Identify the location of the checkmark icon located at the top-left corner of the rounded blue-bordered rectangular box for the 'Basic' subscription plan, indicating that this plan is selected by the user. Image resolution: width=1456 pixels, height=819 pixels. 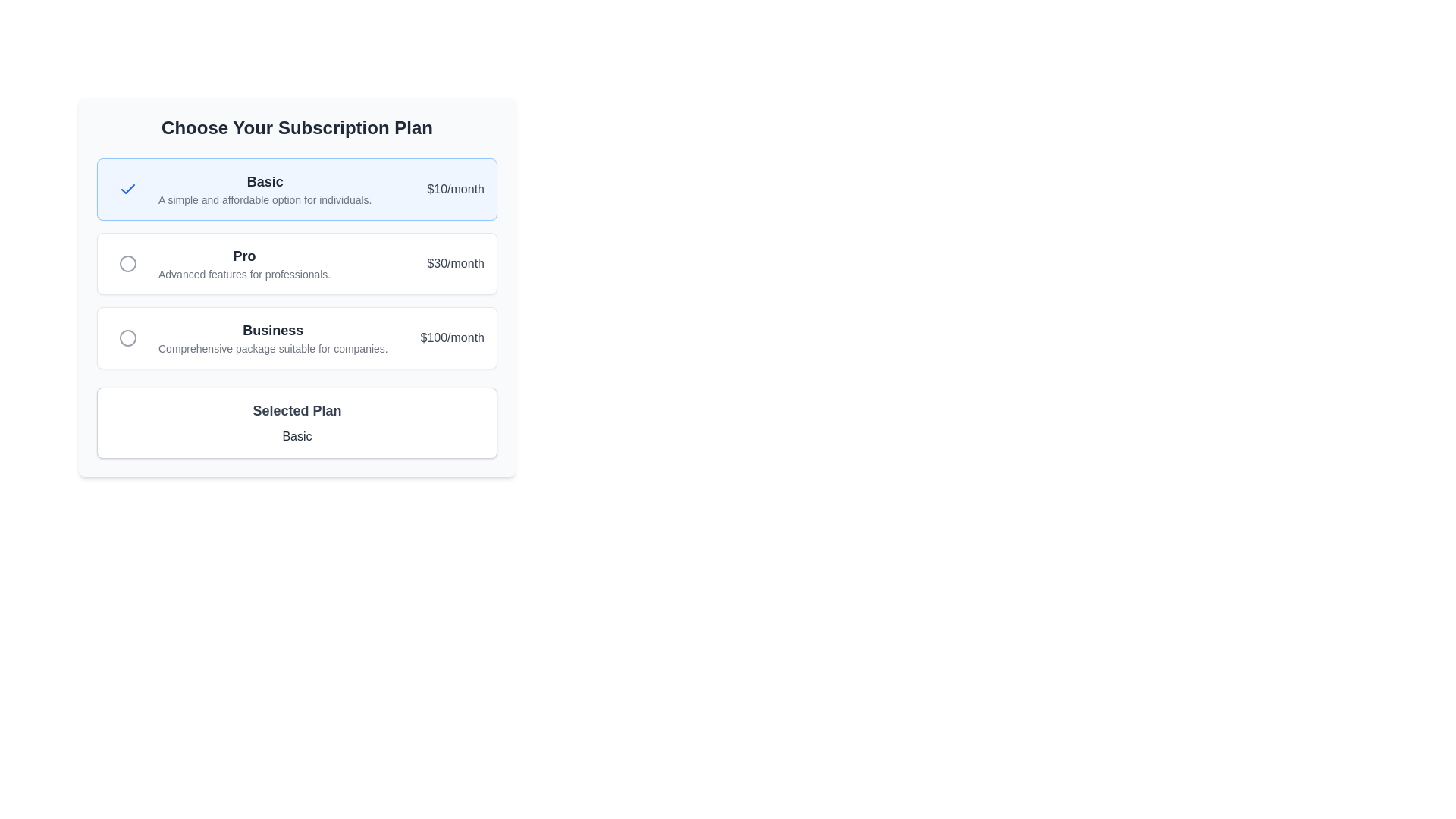
(127, 189).